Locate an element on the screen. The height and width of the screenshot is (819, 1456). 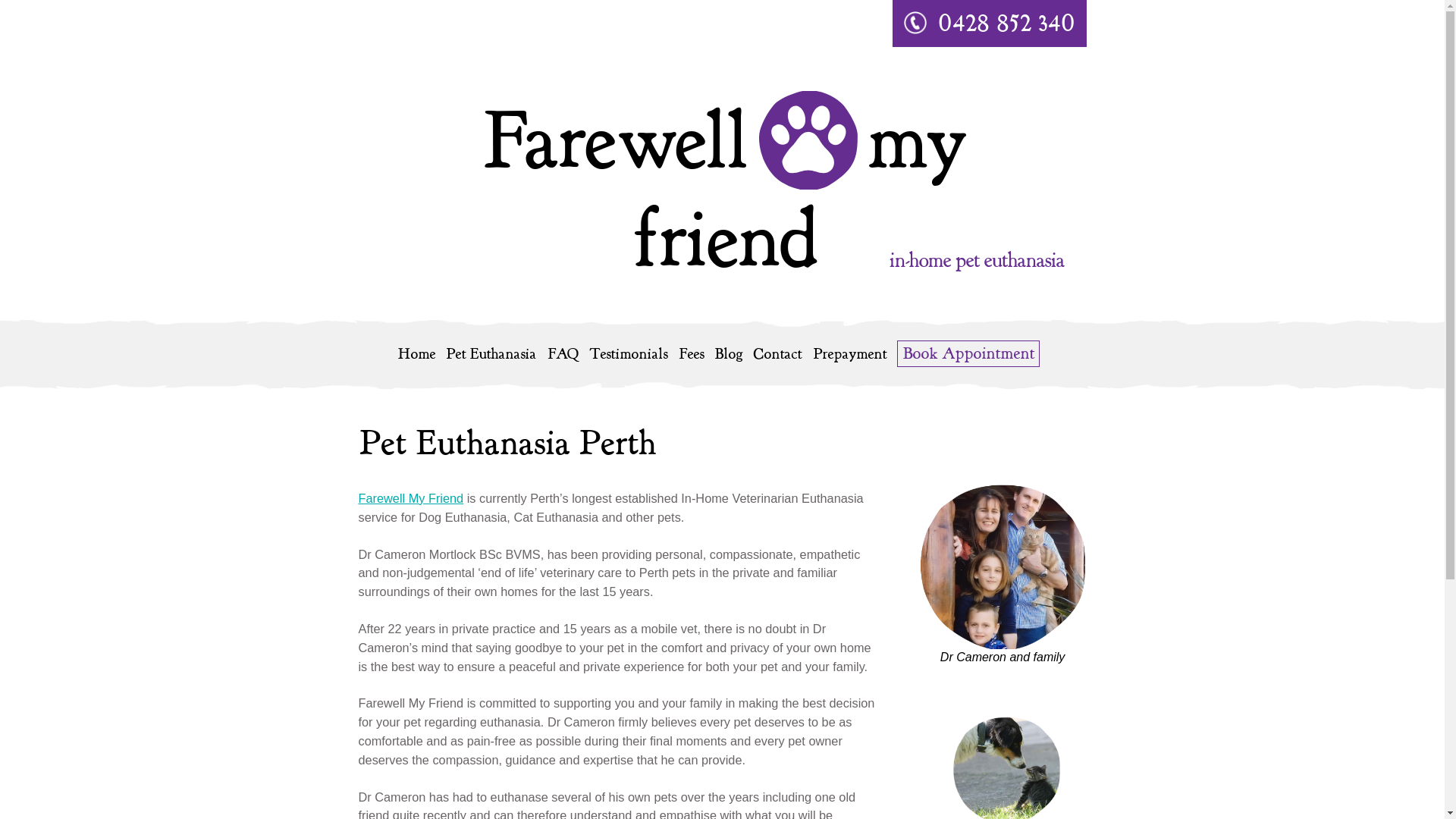
'Prepayment' is located at coordinates (849, 354).